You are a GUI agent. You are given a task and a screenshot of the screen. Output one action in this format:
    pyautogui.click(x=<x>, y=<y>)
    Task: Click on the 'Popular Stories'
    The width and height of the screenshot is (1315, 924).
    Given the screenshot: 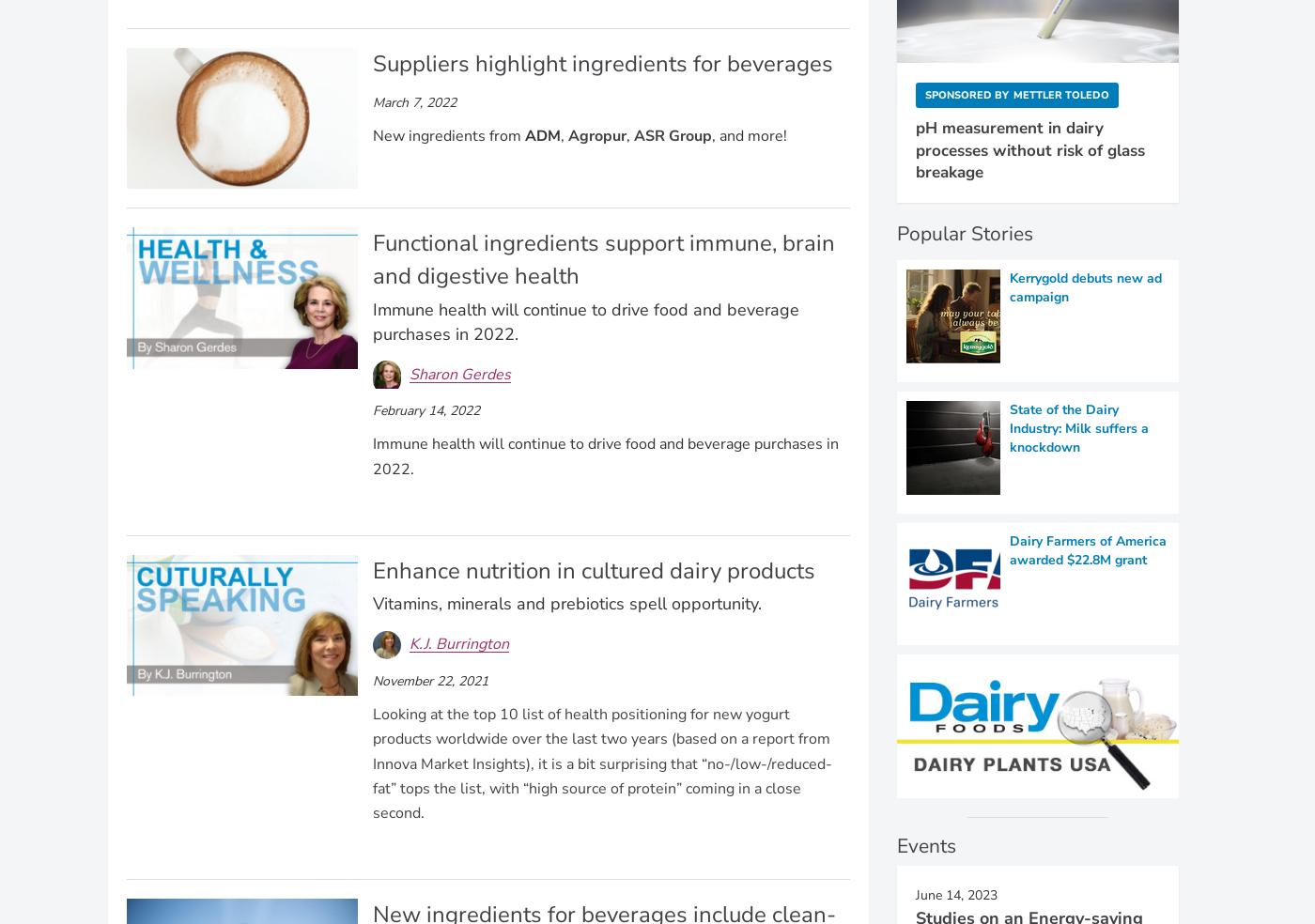 What is the action you would take?
    pyautogui.click(x=965, y=232)
    